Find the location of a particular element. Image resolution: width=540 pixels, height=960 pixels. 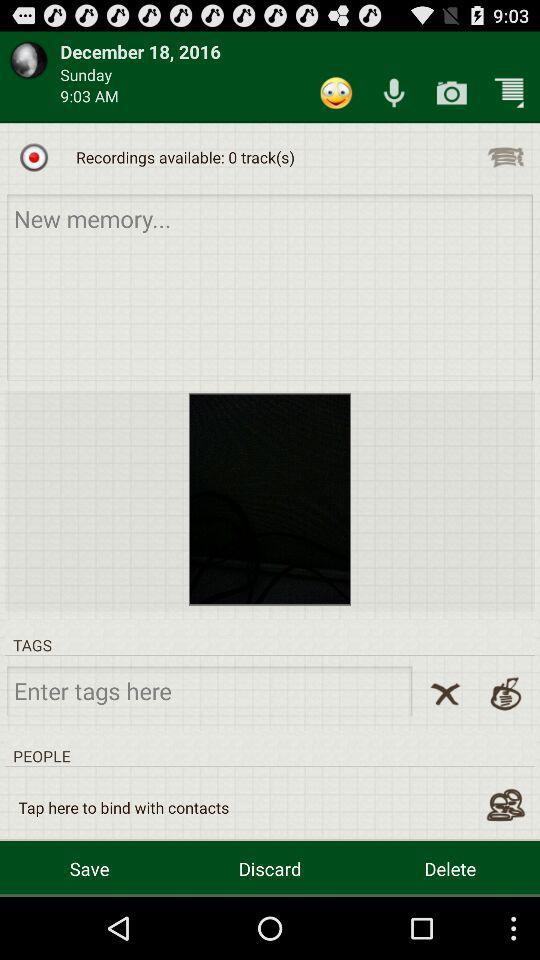

capture audio is located at coordinates (394, 93).